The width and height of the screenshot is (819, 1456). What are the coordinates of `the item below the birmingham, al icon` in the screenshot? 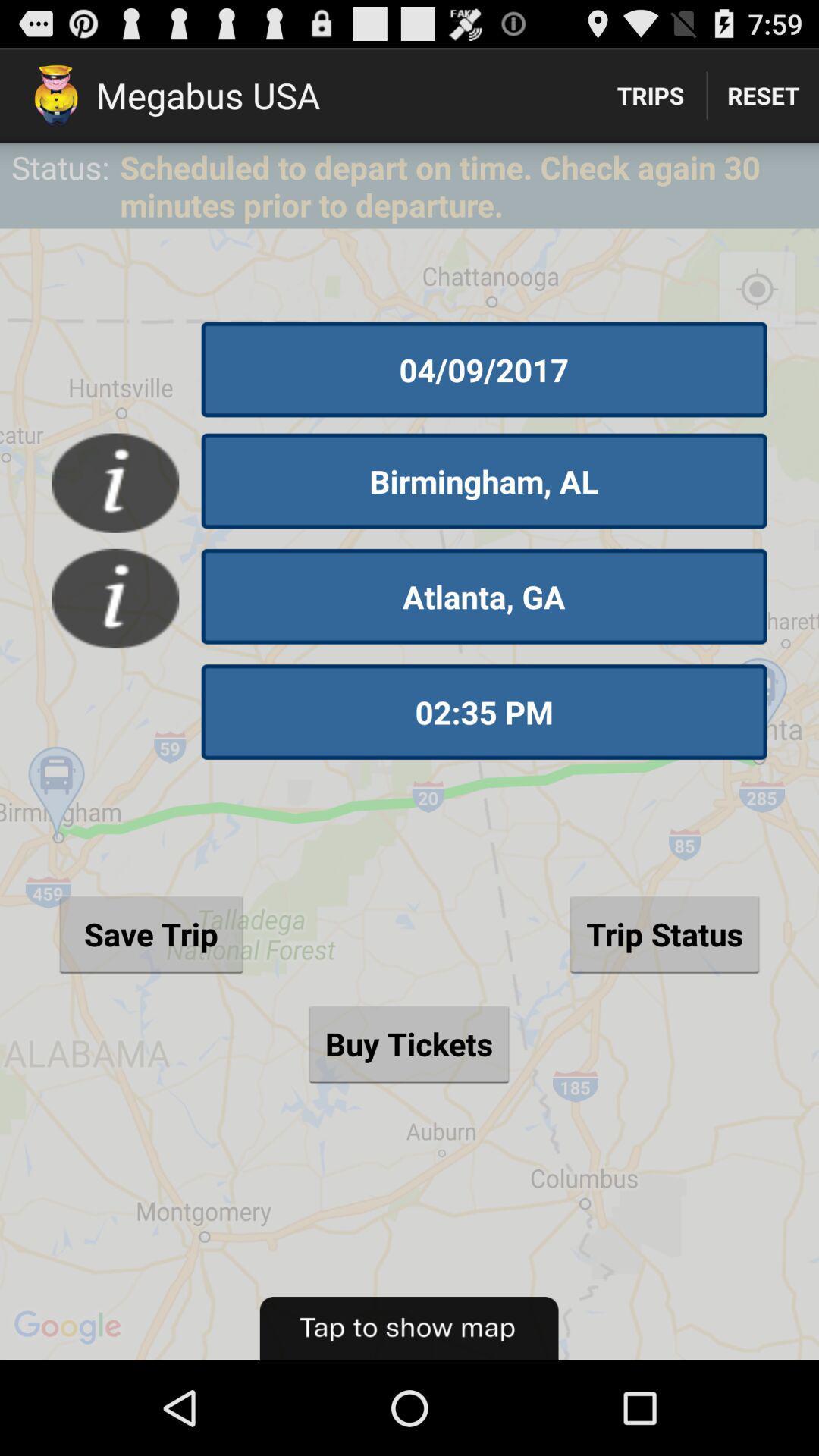 It's located at (484, 595).